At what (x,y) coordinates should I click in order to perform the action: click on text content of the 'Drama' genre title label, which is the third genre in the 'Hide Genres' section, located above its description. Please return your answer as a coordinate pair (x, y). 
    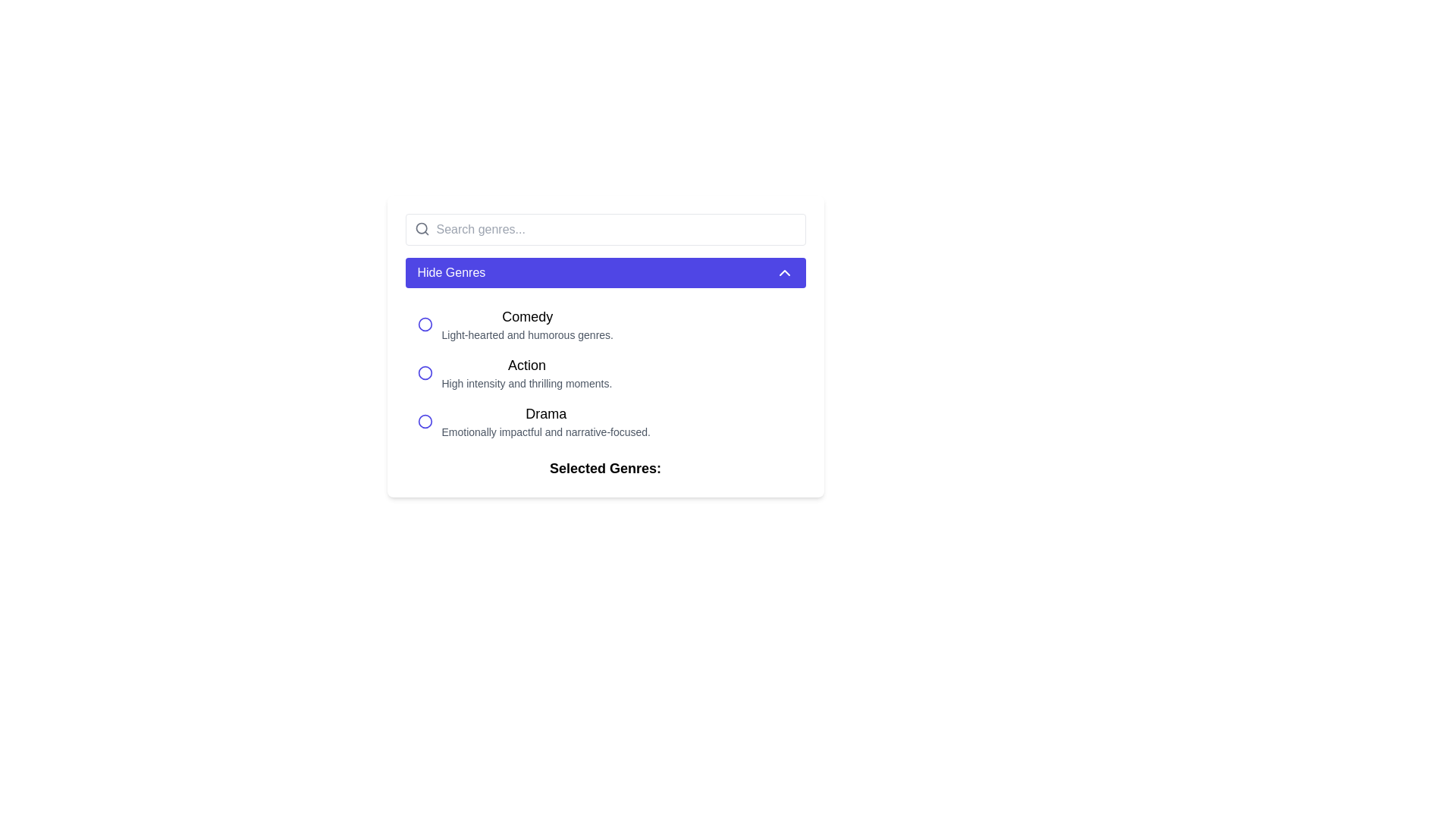
    Looking at the image, I should click on (546, 414).